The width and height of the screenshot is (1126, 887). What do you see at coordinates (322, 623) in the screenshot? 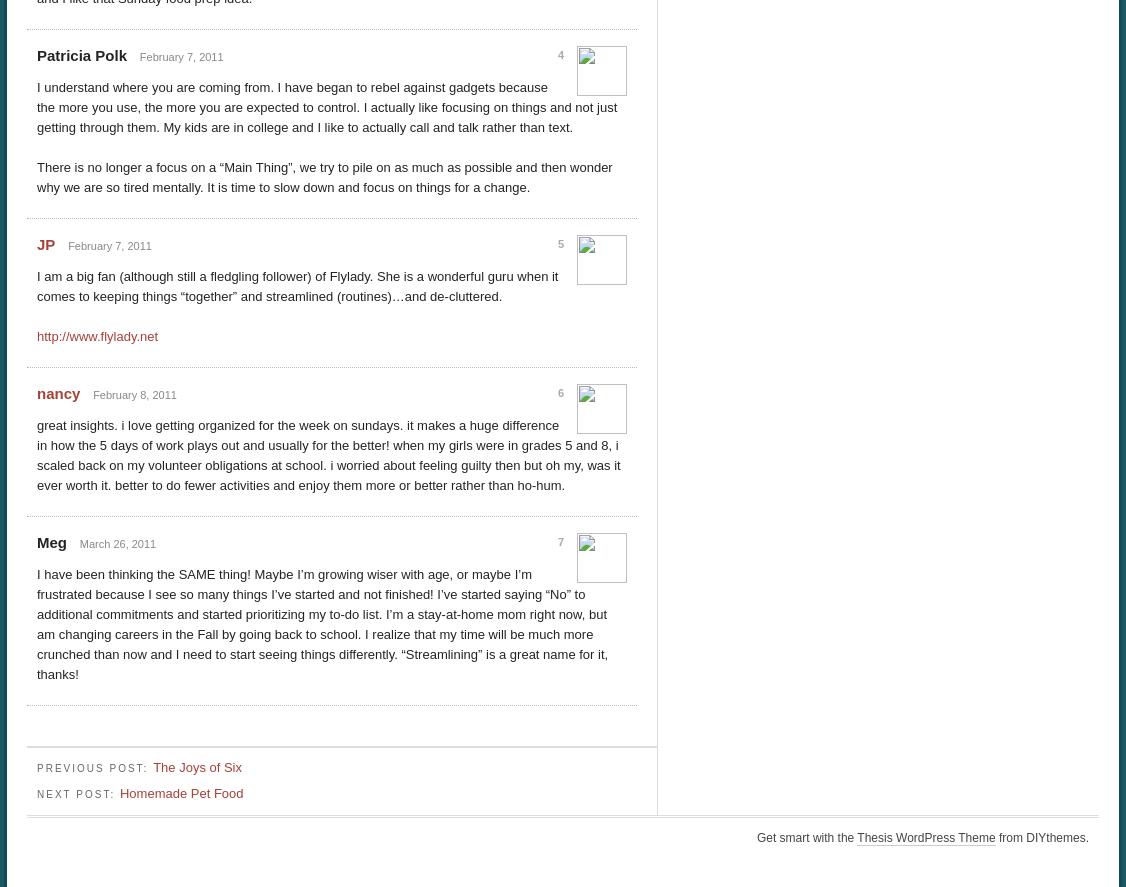
I see `'I have been thinking the SAME thing!  Maybe I’m growing wiser with age, or maybe I’m frustrated because I see so many things I’ve started and not finished!  I’ve started saying “No” to additional commitments and started prioritizing my to-do list.  I’m a stay-at-home mom right now, but am changing careers in the Fall by going back to school.  I realize that my time will be much more crunched than now and I need to start seeing things differently.  “Streamlining” is a great name for it, thanks!'` at bounding box center [322, 623].